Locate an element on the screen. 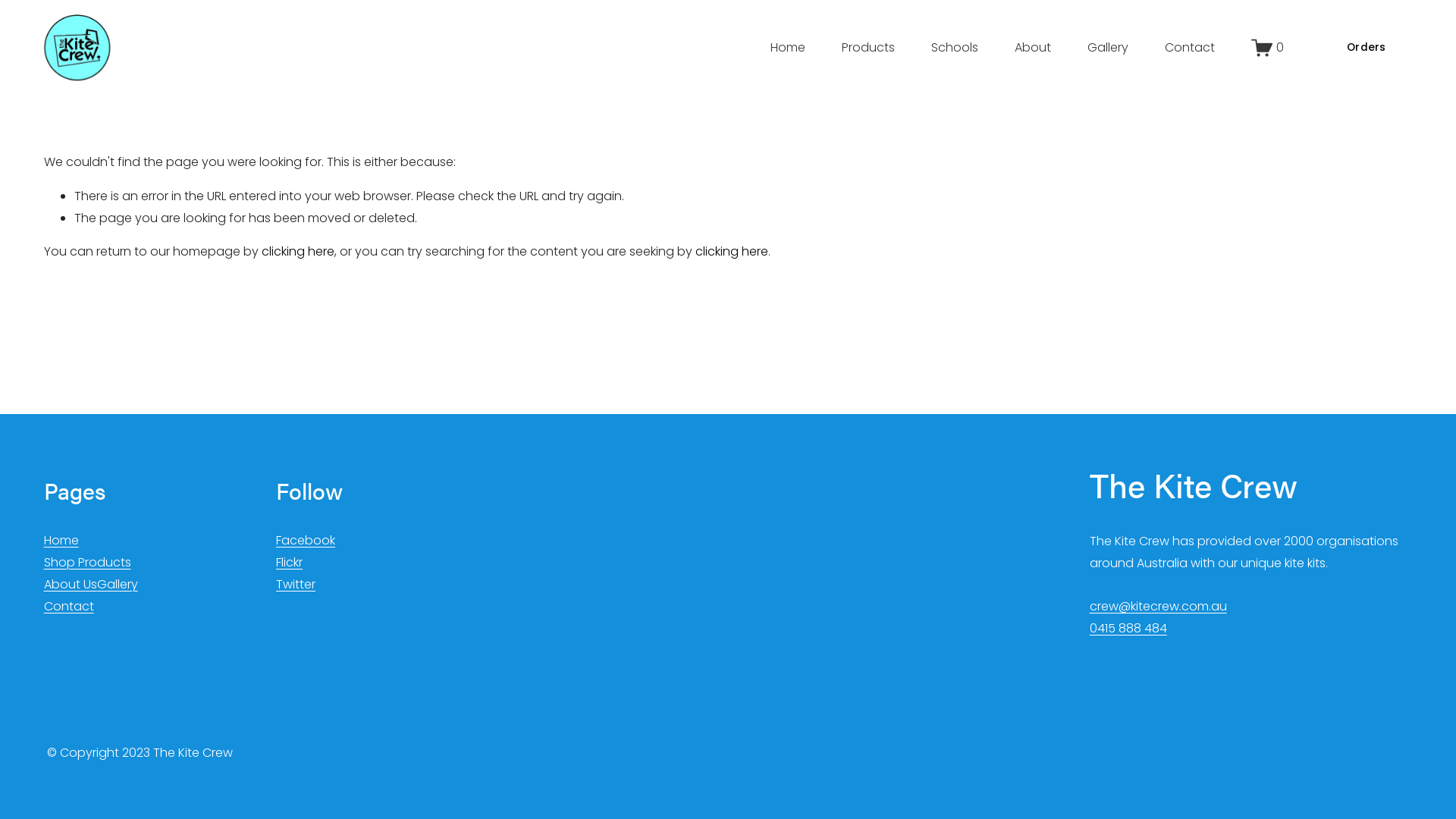 Image resolution: width=1456 pixels, height=819 pixels. 'Shop Products' is located at coordinates (86, 563).